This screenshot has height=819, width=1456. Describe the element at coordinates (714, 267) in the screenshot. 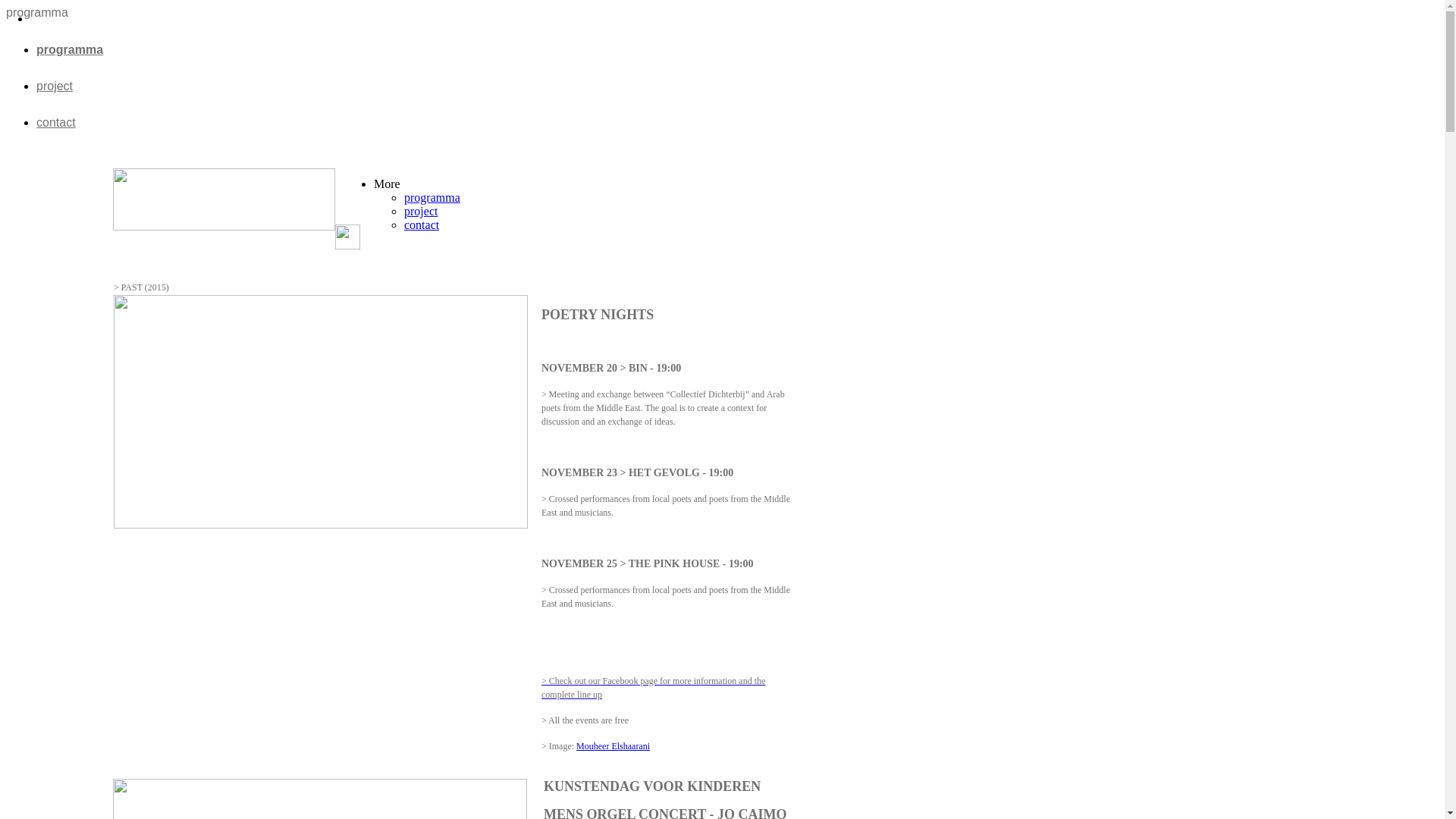

I see `'> inschrijven nieuwsbrief'` at that location.